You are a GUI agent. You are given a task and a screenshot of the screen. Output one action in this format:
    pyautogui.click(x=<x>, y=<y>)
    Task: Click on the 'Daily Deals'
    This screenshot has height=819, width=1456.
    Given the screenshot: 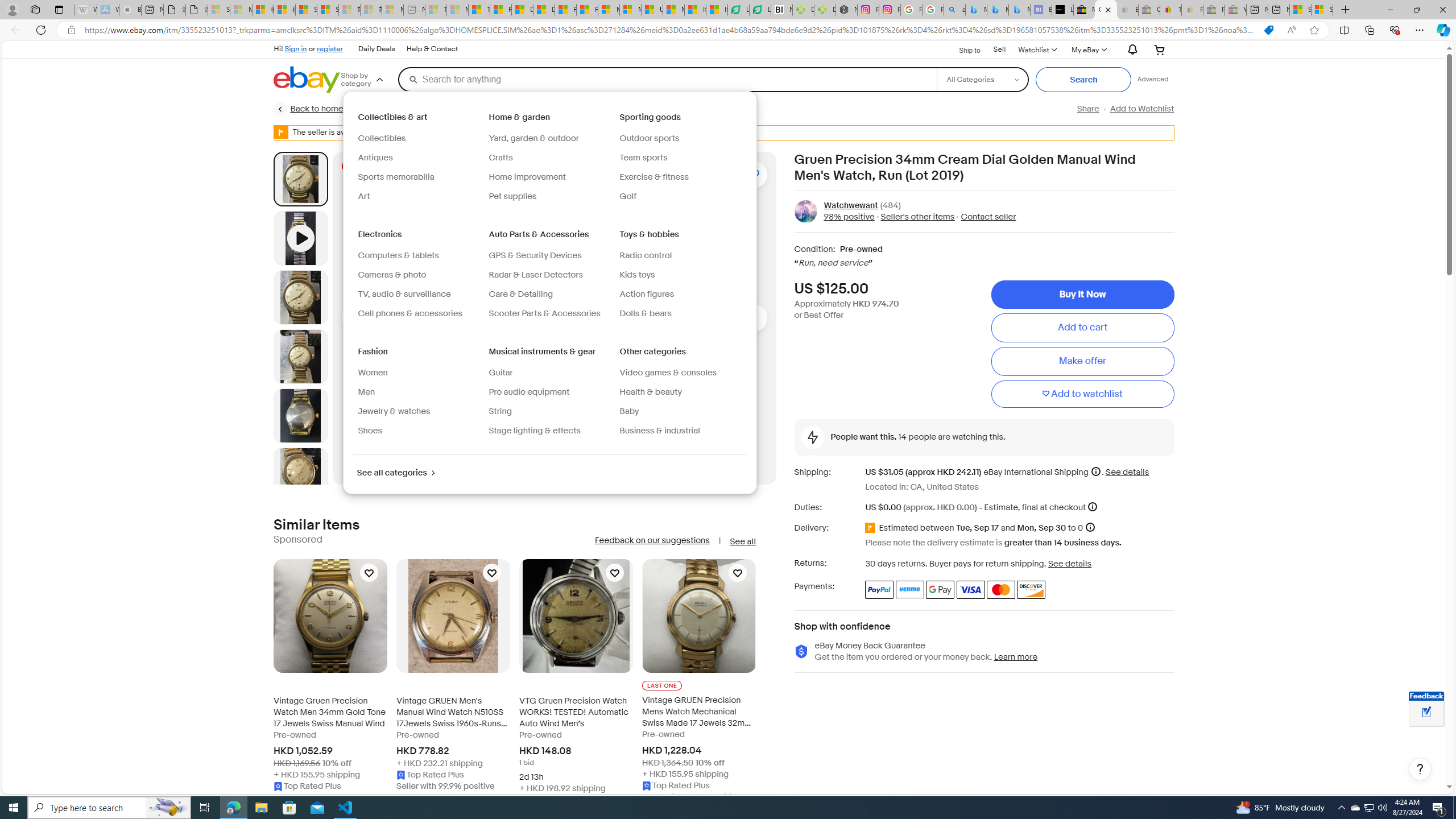 What is the action you would take?
    pyautogui.click(x=375, y=48)
    